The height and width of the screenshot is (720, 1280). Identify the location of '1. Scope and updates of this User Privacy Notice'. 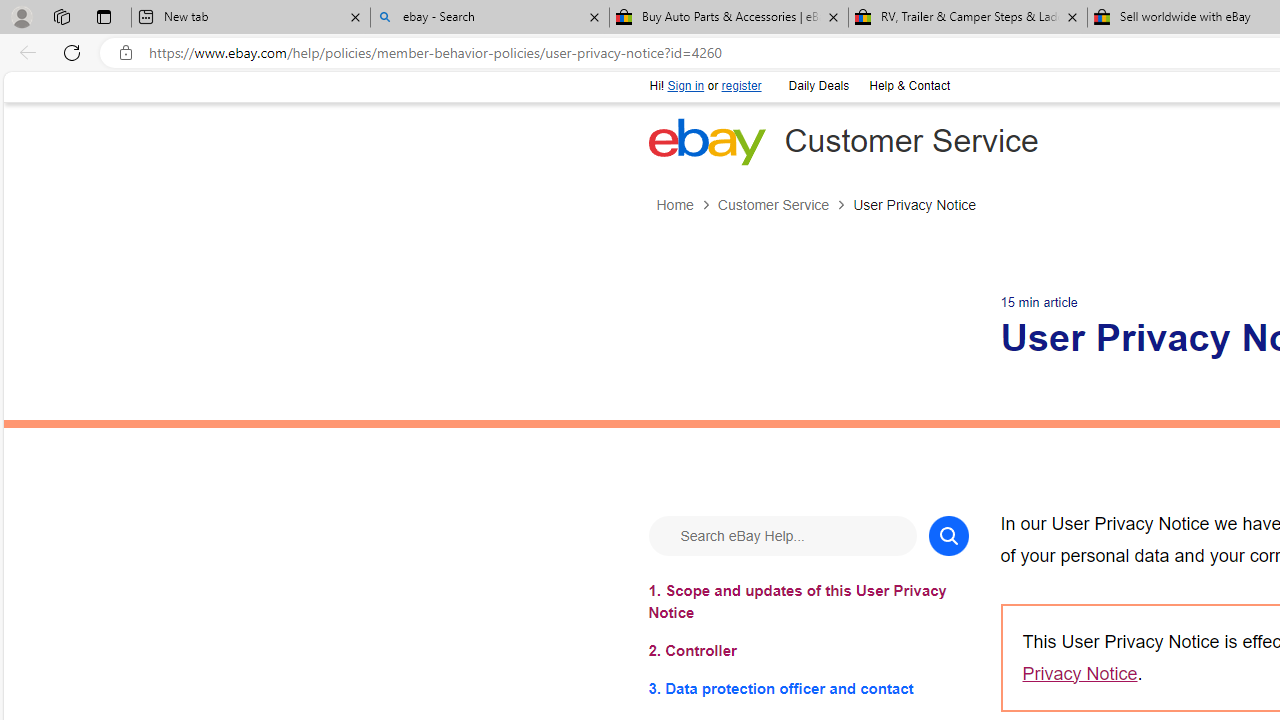
(808, 600).